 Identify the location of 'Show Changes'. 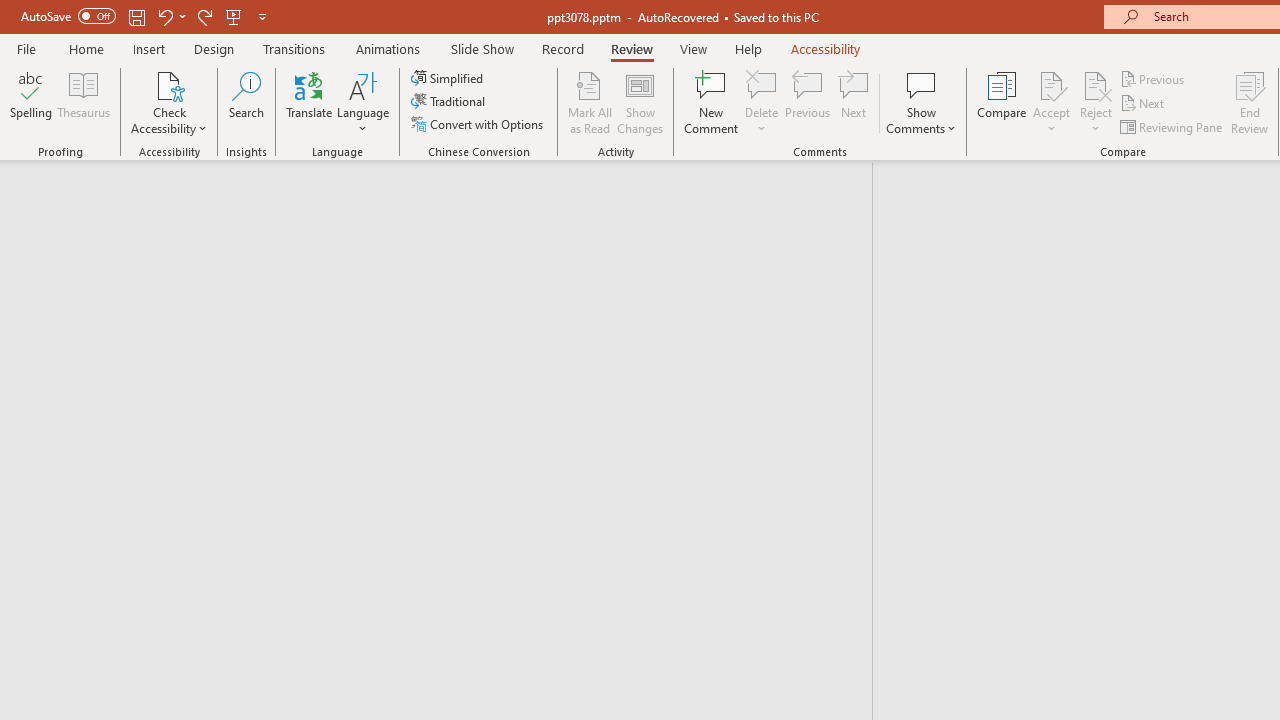
(640, 103).